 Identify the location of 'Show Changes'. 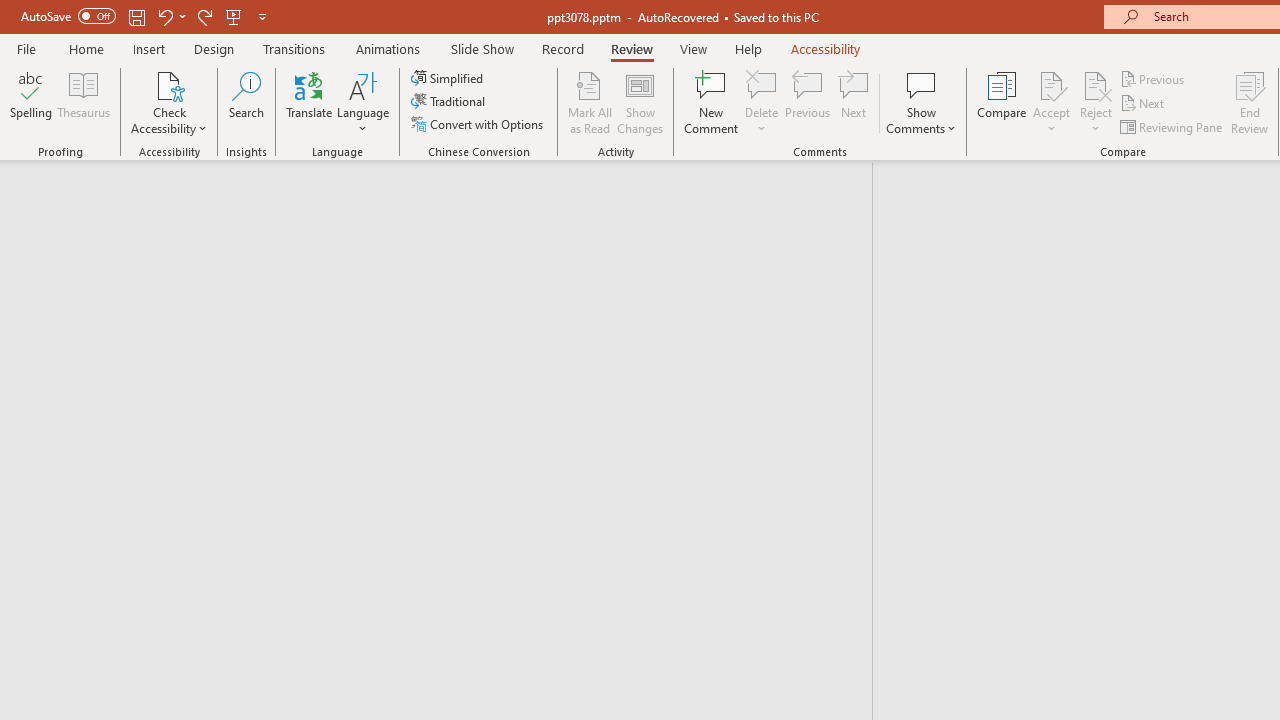
(640, 103).